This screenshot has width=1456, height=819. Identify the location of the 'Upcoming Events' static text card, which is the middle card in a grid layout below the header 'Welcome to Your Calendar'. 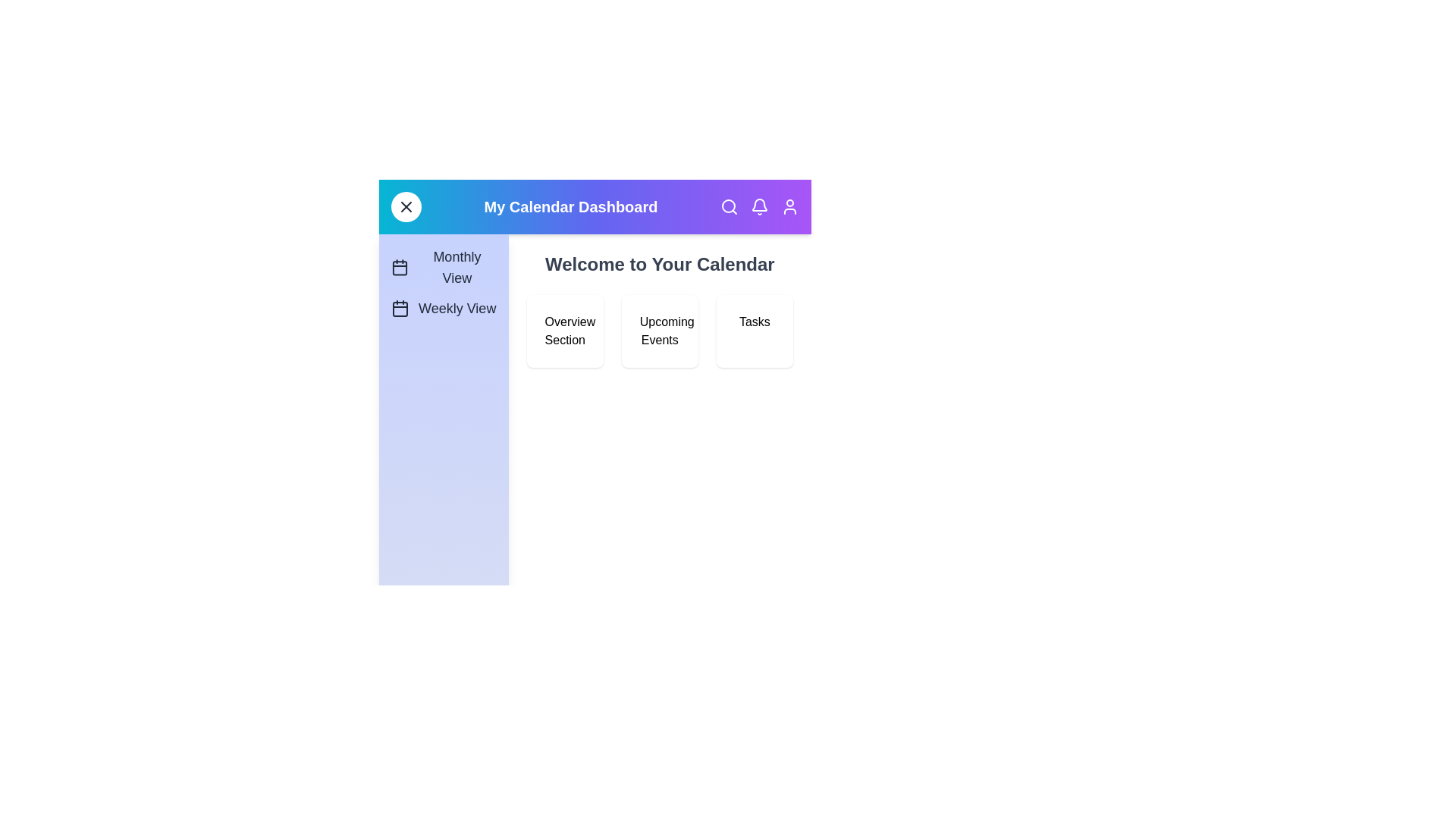
(660, 330).